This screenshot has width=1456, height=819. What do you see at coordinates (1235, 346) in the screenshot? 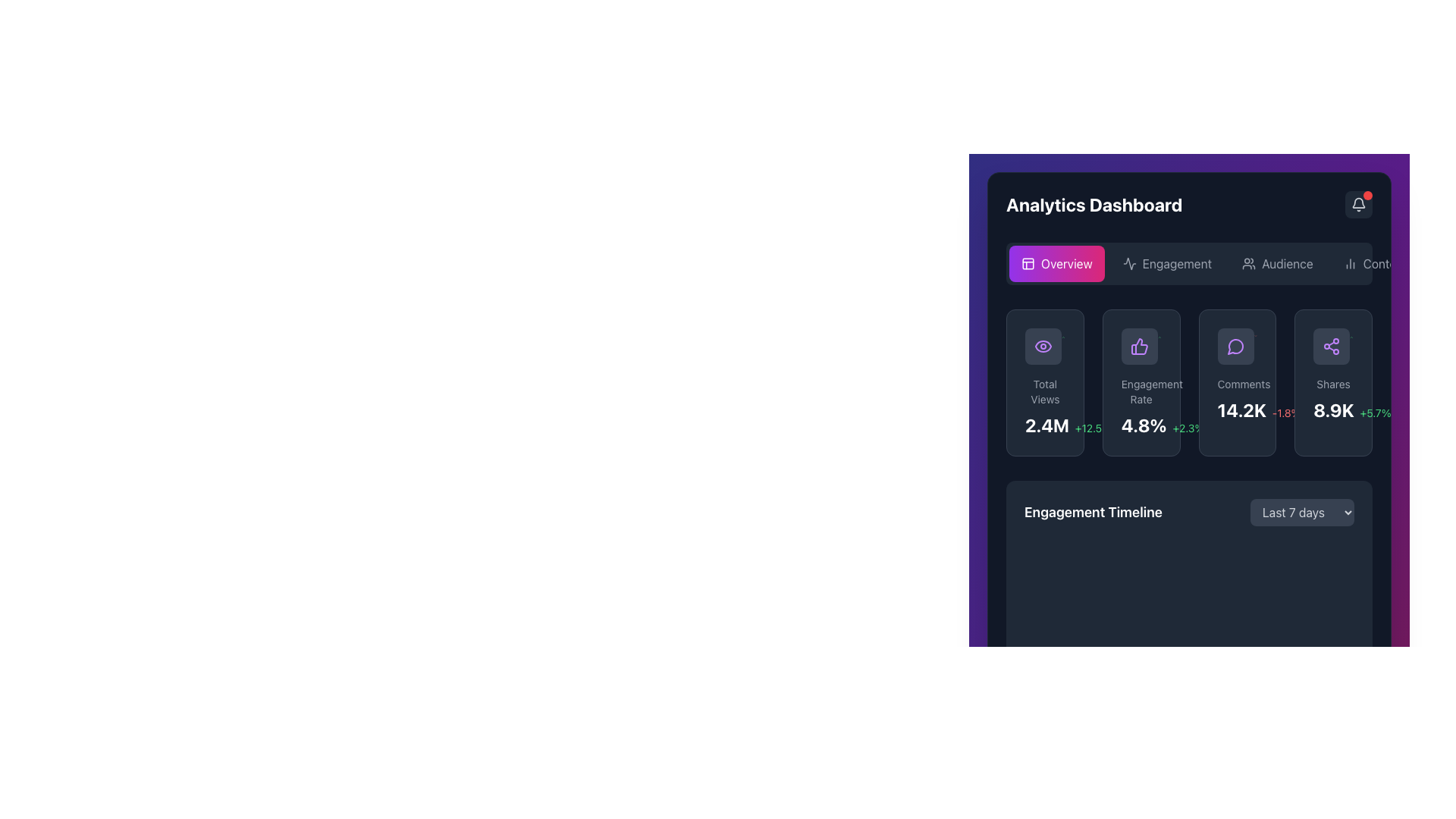
I see `the comments metric icon in the analytics dashboard for metric-specific actions or navigation` at bounding box center [1235, 346].